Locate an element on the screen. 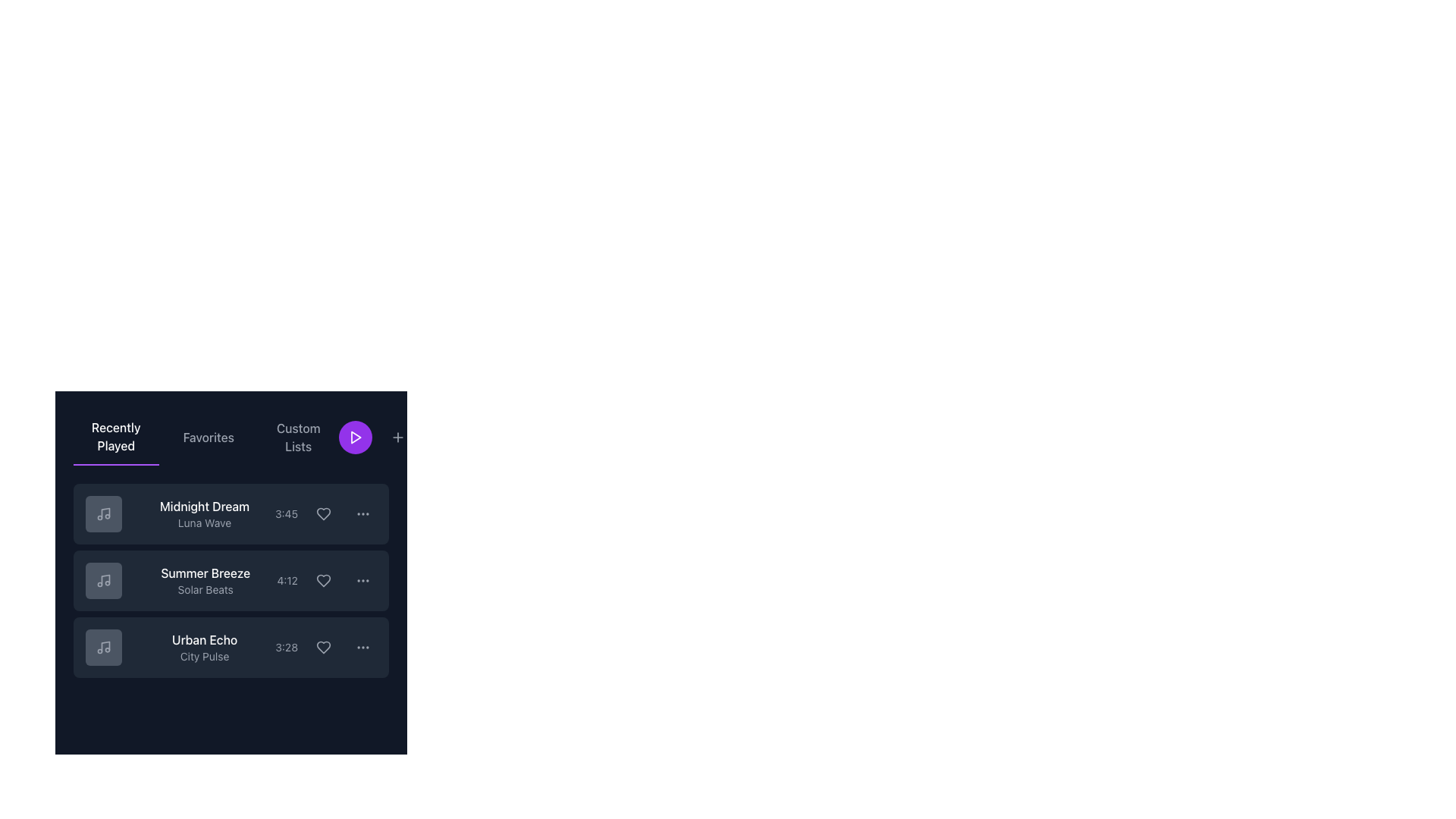  the play control icon located inside the rounded purple button at the top-right corner of the interface is located at coordinates (354, 438).